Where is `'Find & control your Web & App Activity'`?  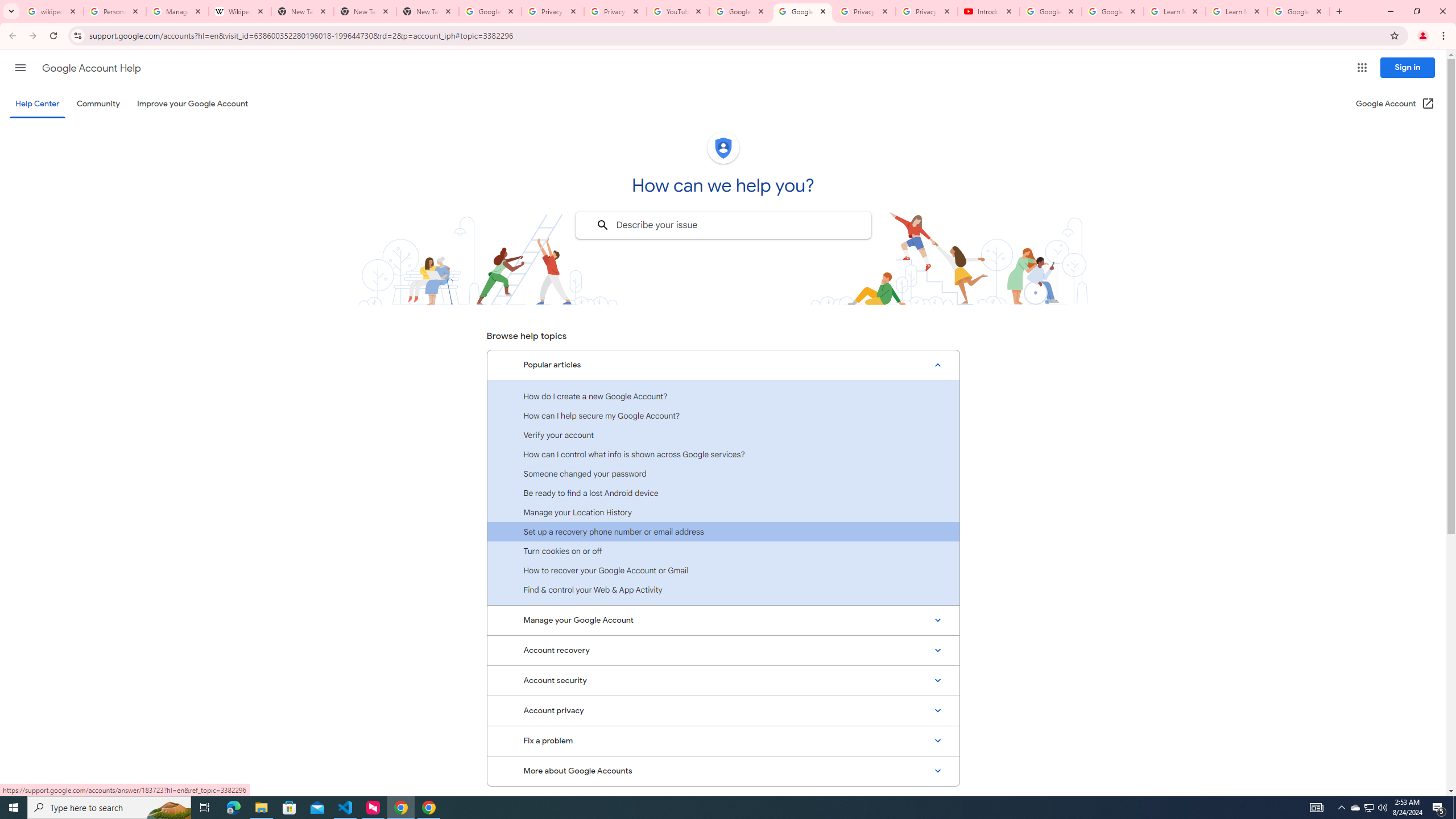 'Find & control your Web & App Activity' is located at coordinates (723, 589).